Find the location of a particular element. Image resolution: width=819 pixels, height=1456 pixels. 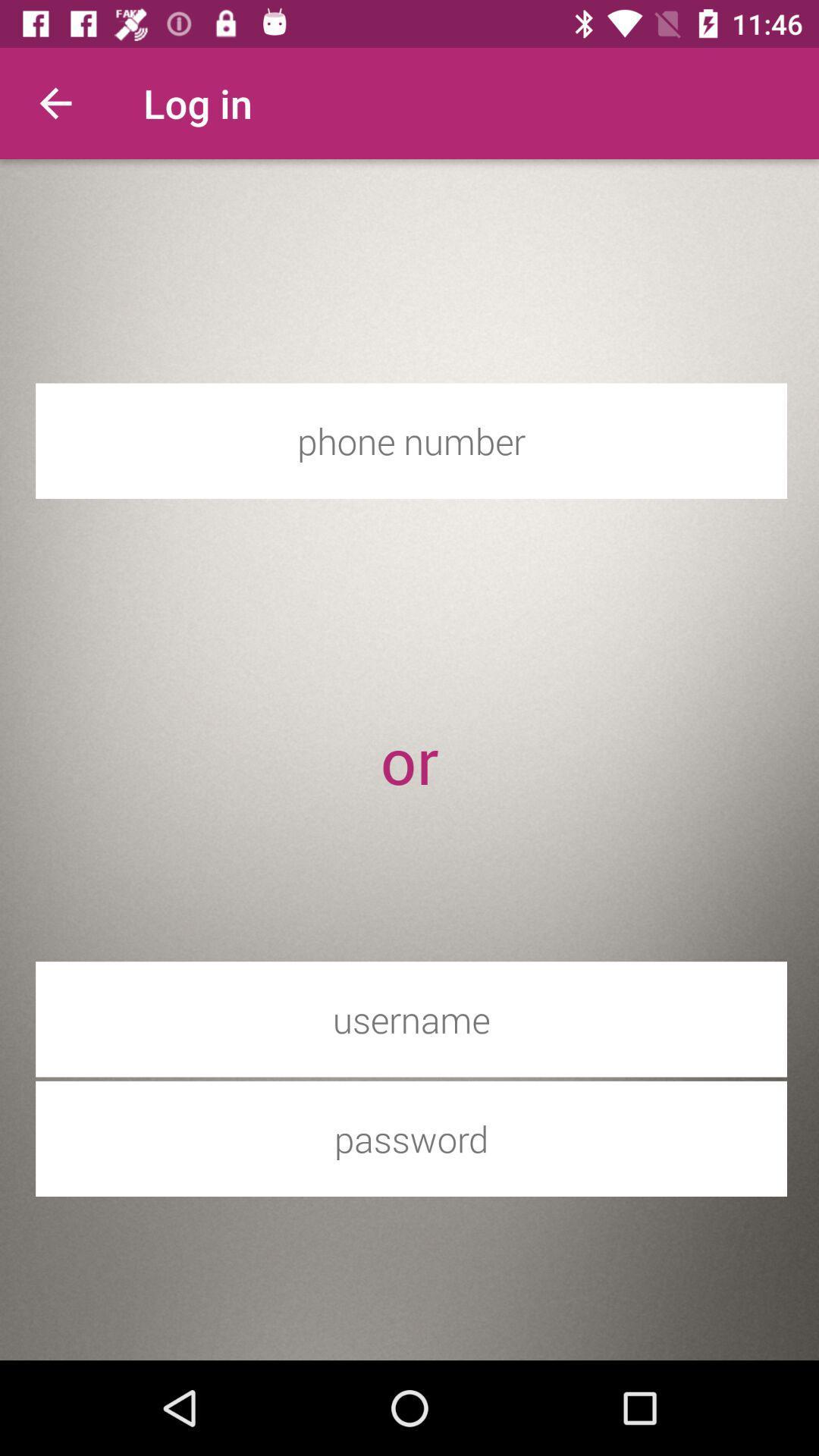

text area for username is located at coordinates (411, 1019).